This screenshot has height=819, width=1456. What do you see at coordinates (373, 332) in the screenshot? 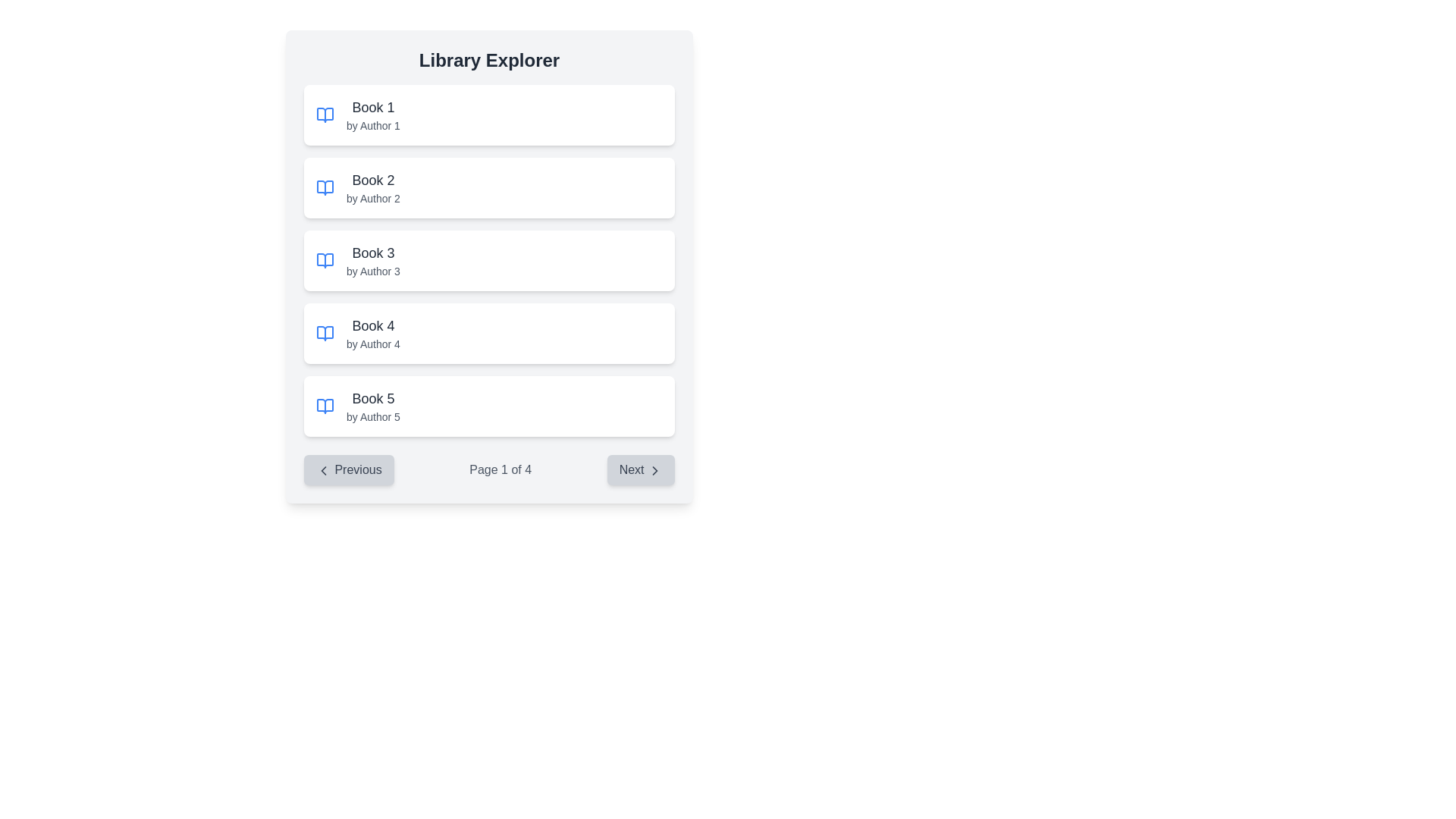
I see `the text of the fourth book information block, which displays the title and author, located under 'Library Explorer', to copy it` at bounding box center [373, 332].